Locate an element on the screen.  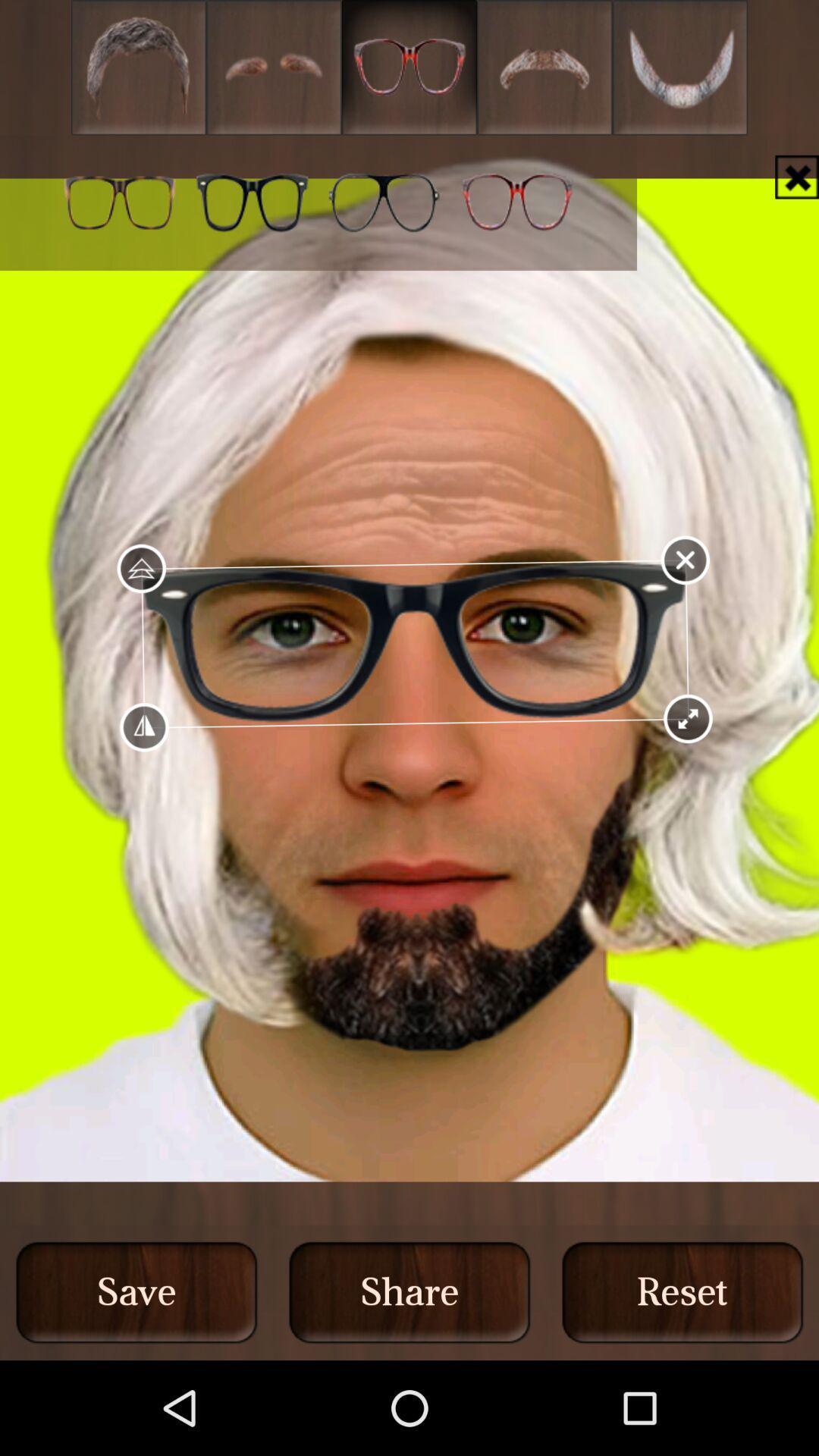
the middle button at the bottom of the page is located at coordinates (409, 1291).